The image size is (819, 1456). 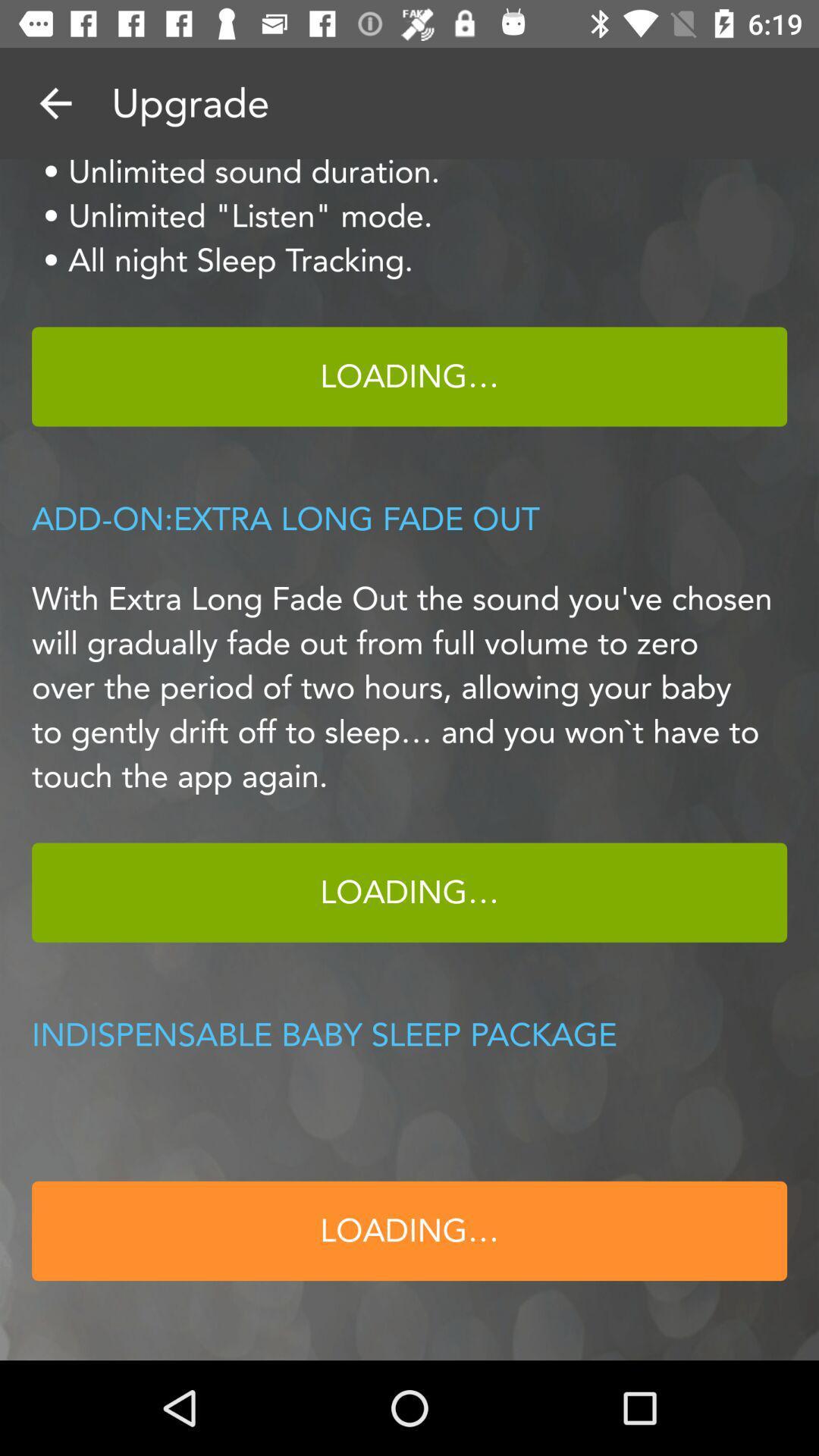 I want to click on go back, so click(x=55, y=102).